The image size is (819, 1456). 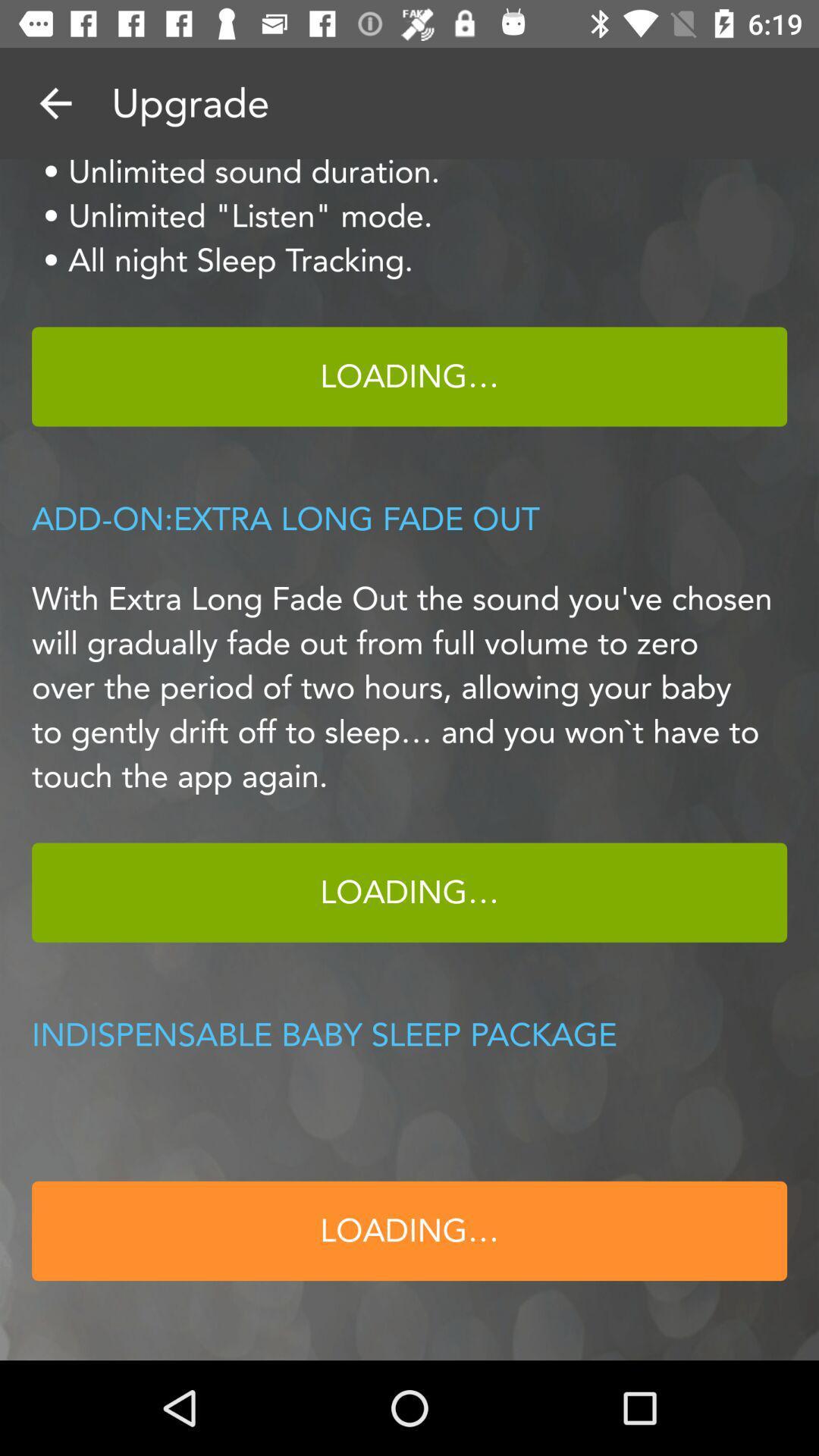 I want to click on go back, so click(x=55, y=102).